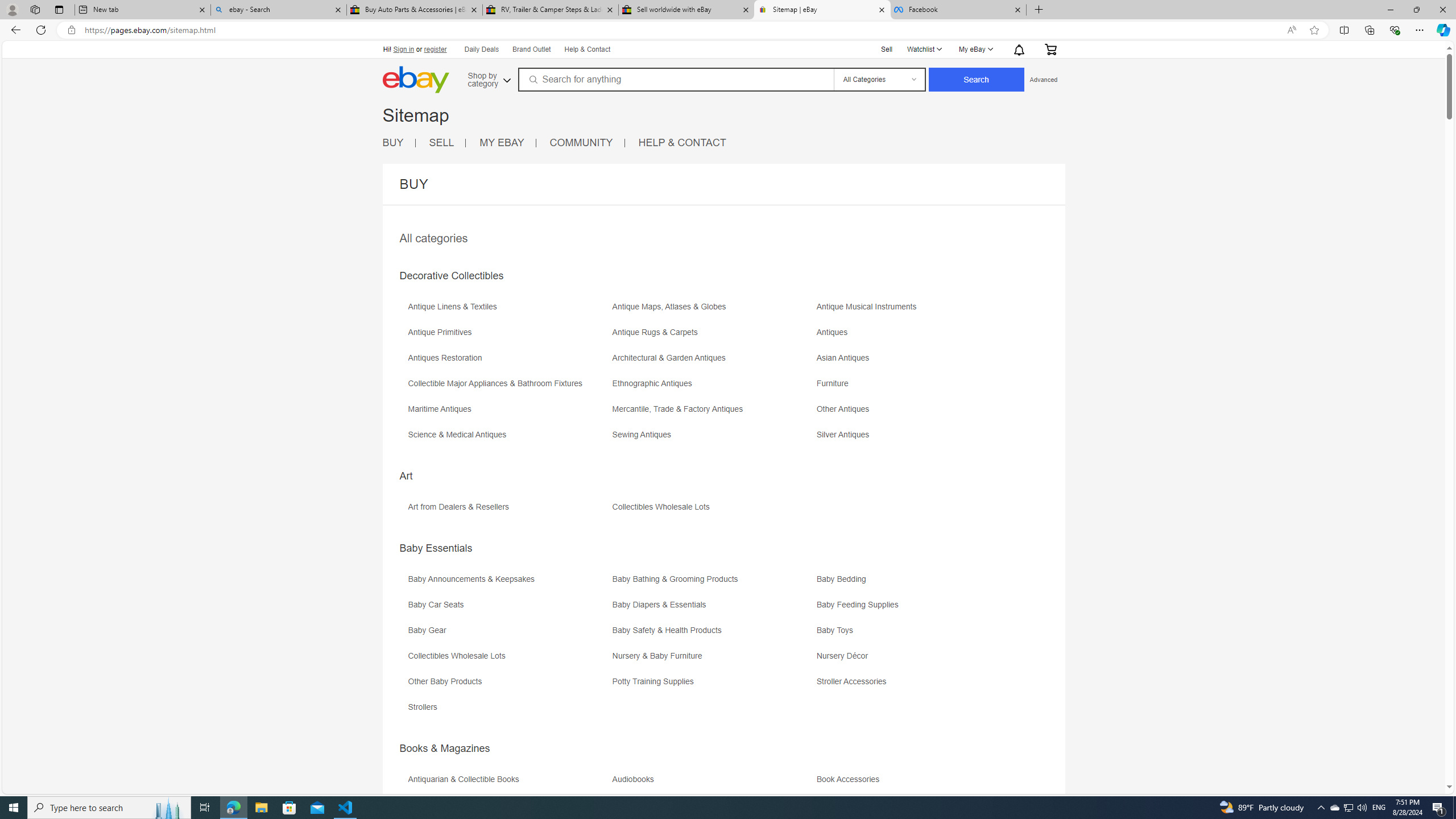 The image size is (1456, 819). I want to click on 'Daily Deals', so click(479, 49).